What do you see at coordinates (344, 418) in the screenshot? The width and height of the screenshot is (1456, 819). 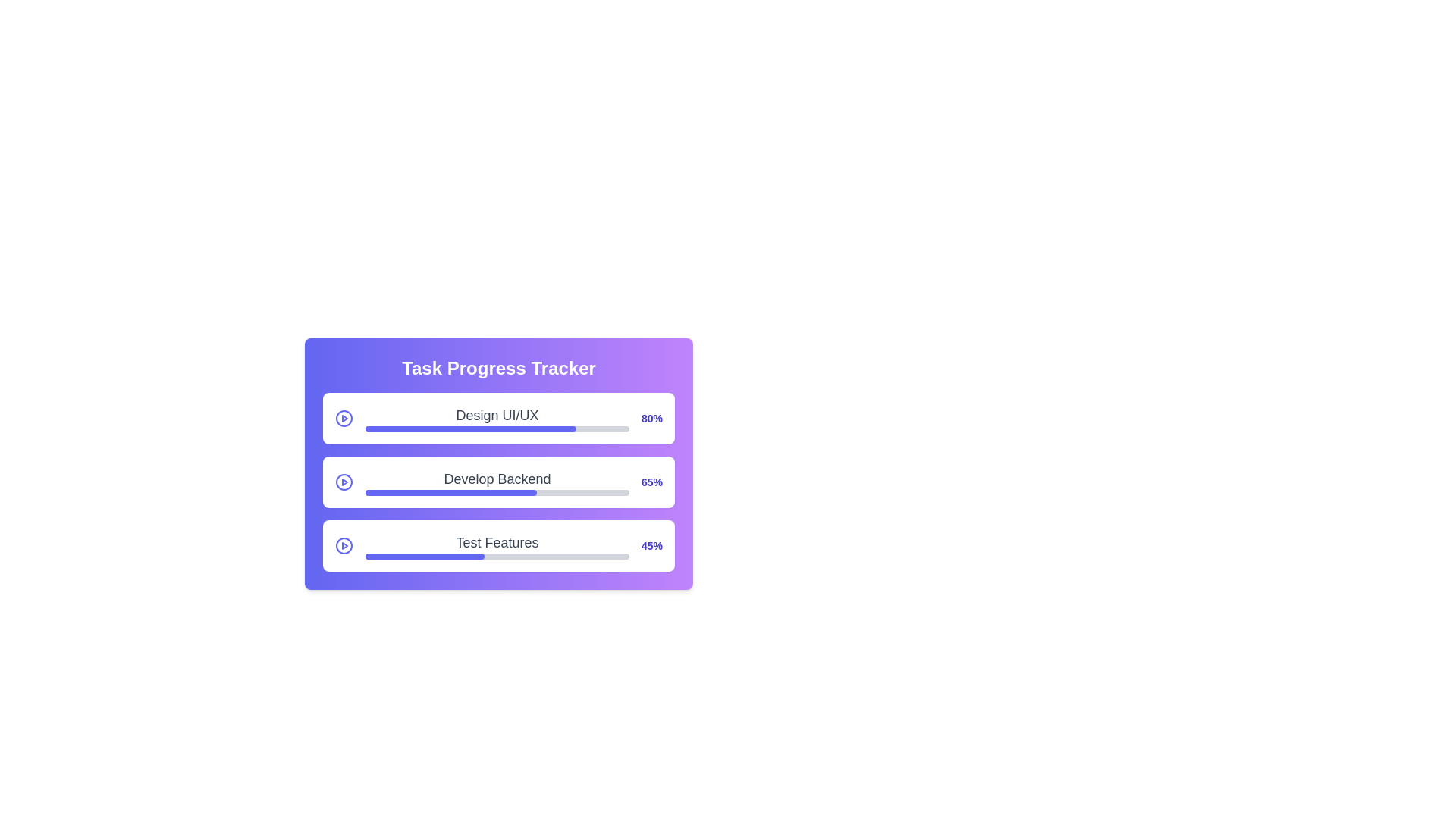 I see `the 'Play' icon for the task labeled 'Design UI/UX'` at bounding box center [344, 418].